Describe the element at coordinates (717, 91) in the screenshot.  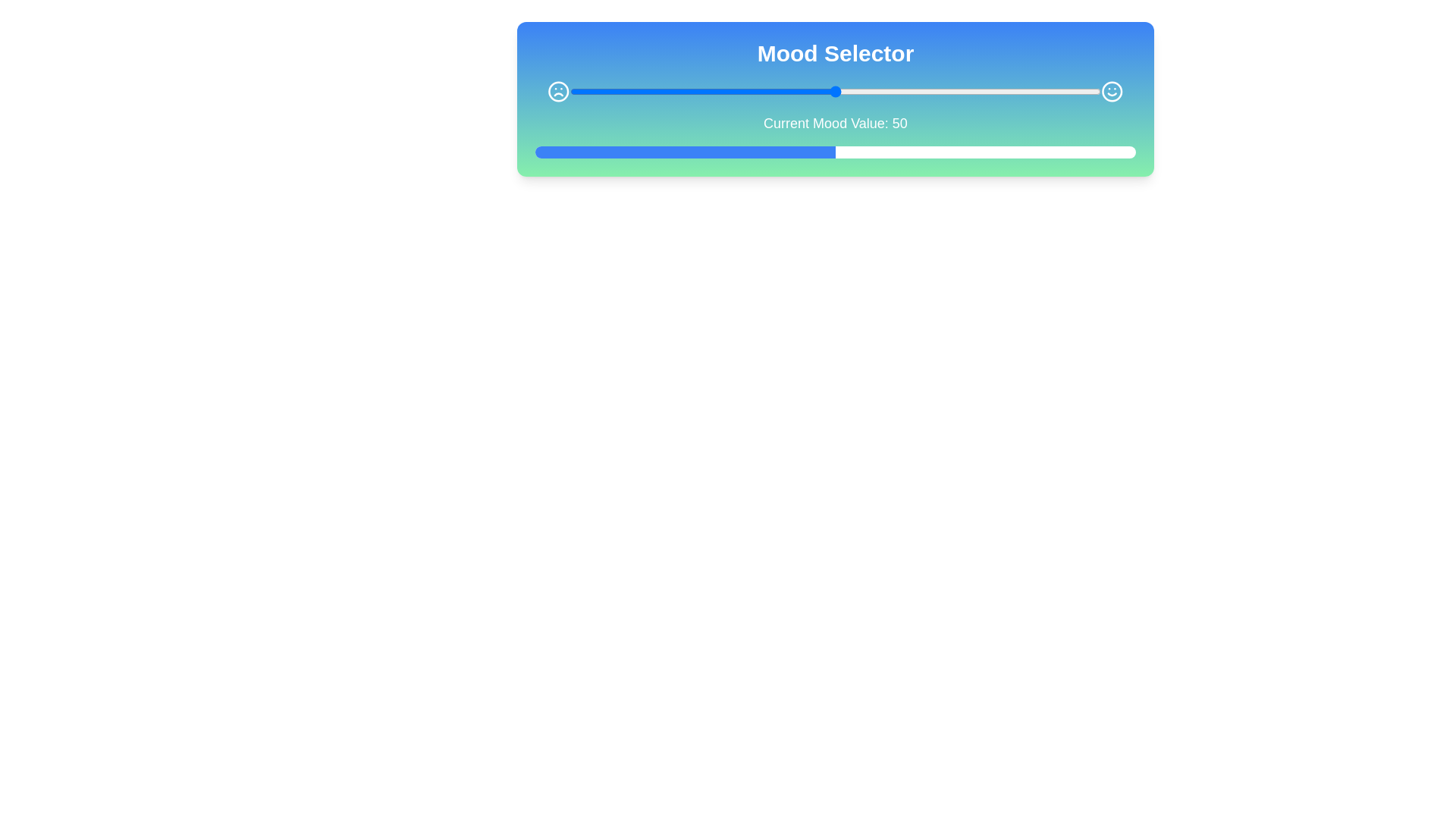
I see `the mood slider` at that location.